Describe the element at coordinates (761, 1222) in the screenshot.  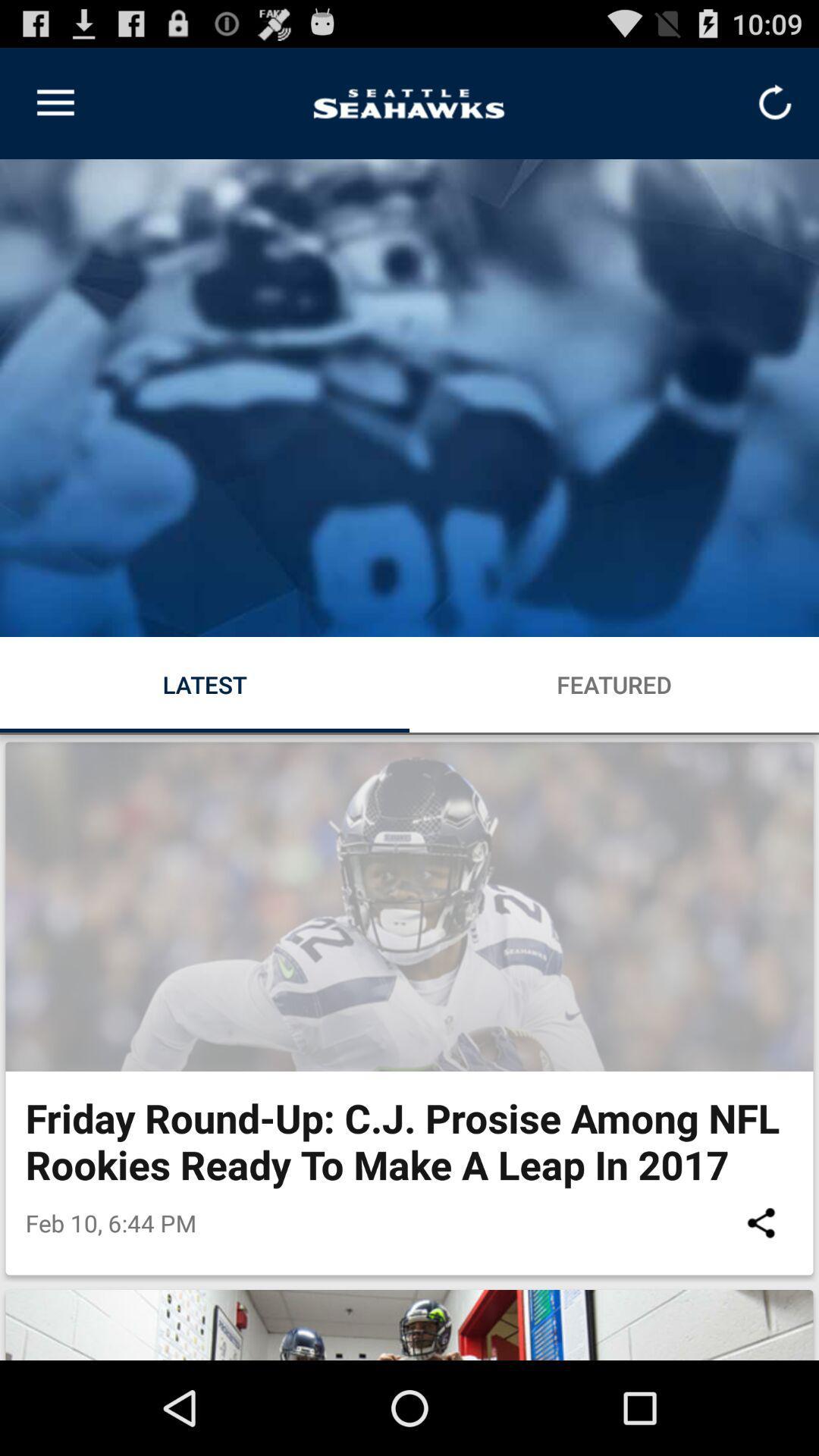
I see `the item at the bottom right corner` at that location.